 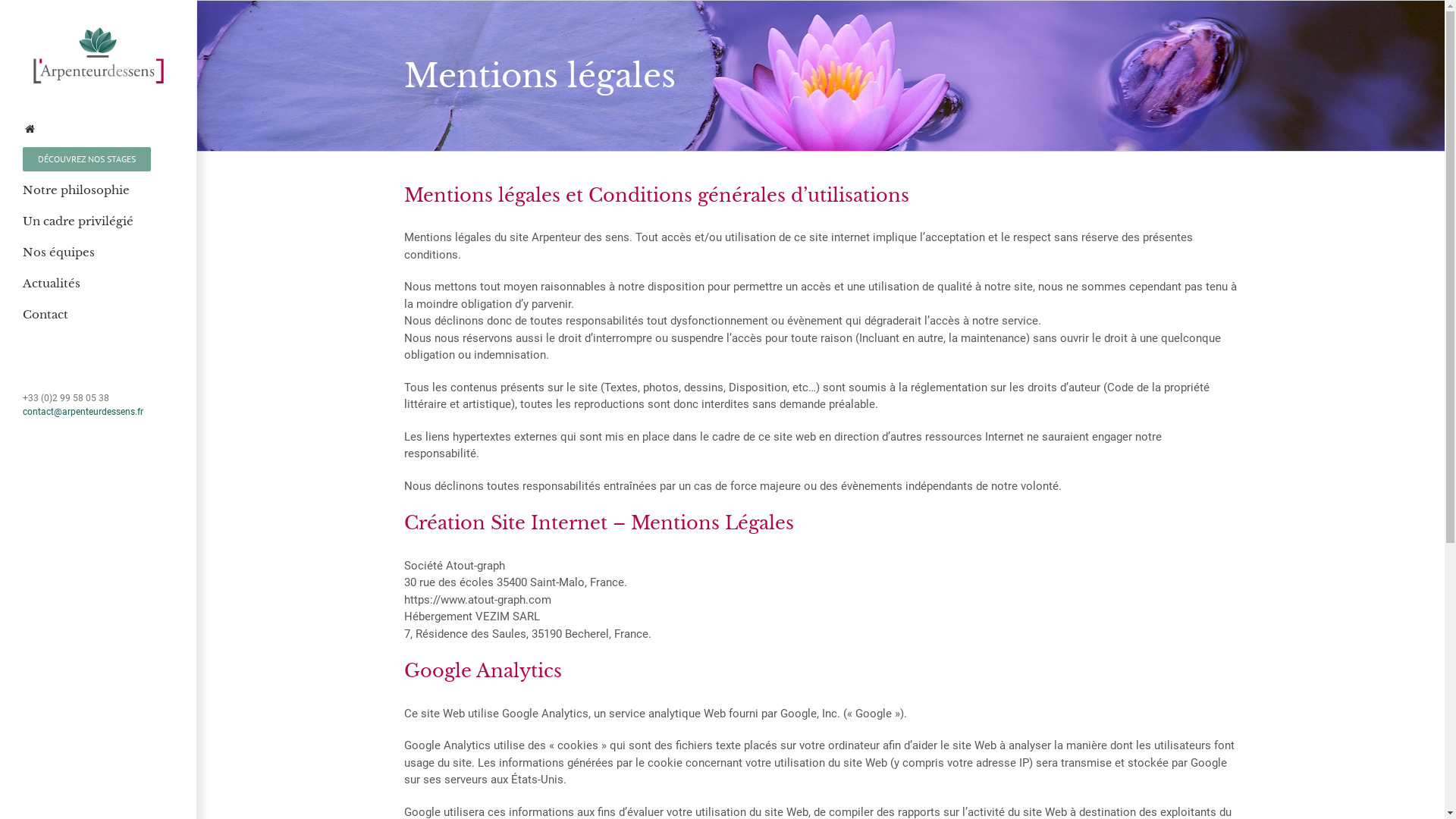 I want to click on 'Notre philosophie', so click(x=97, y=190).